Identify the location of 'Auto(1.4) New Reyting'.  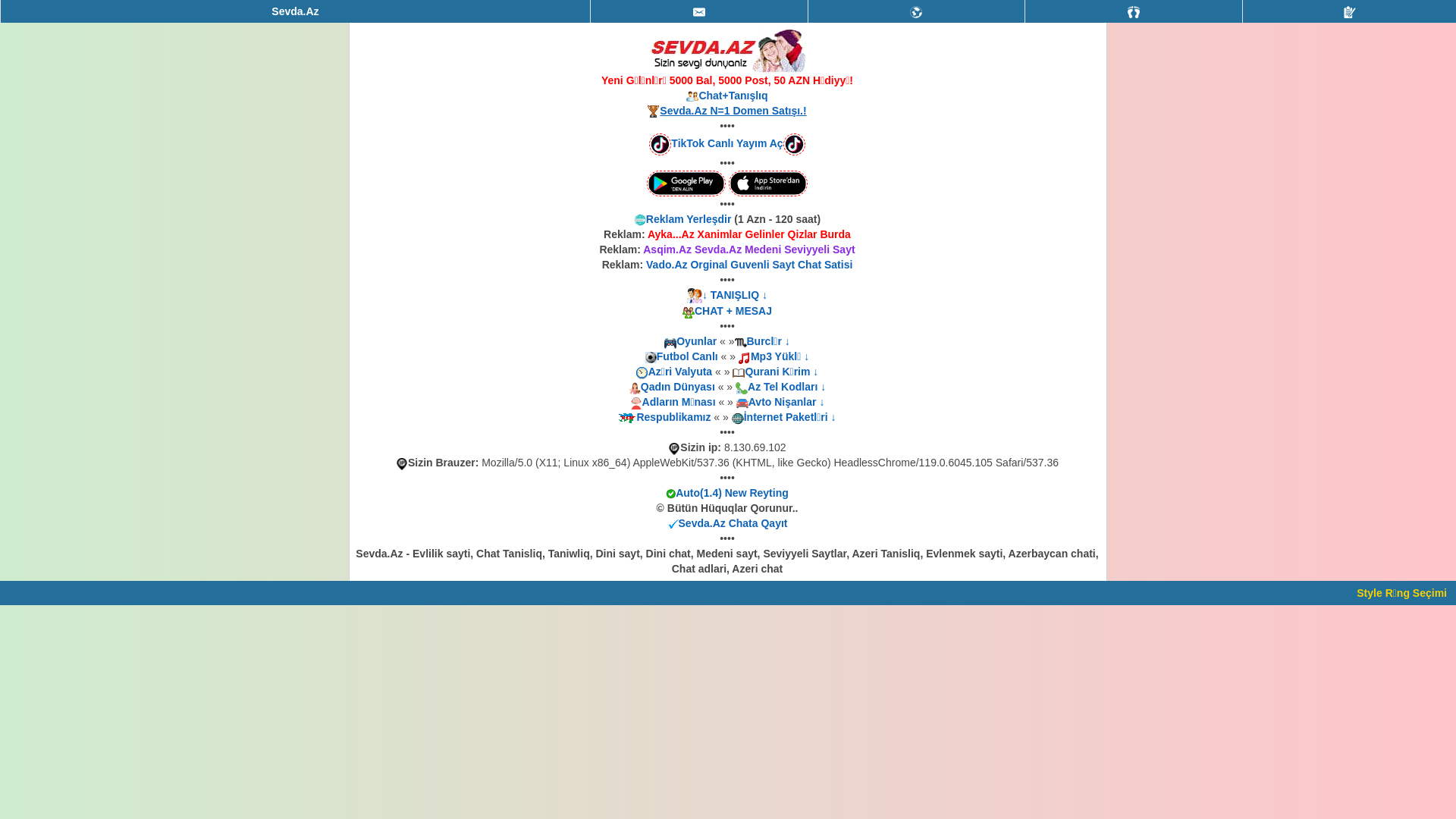
(732, 493).